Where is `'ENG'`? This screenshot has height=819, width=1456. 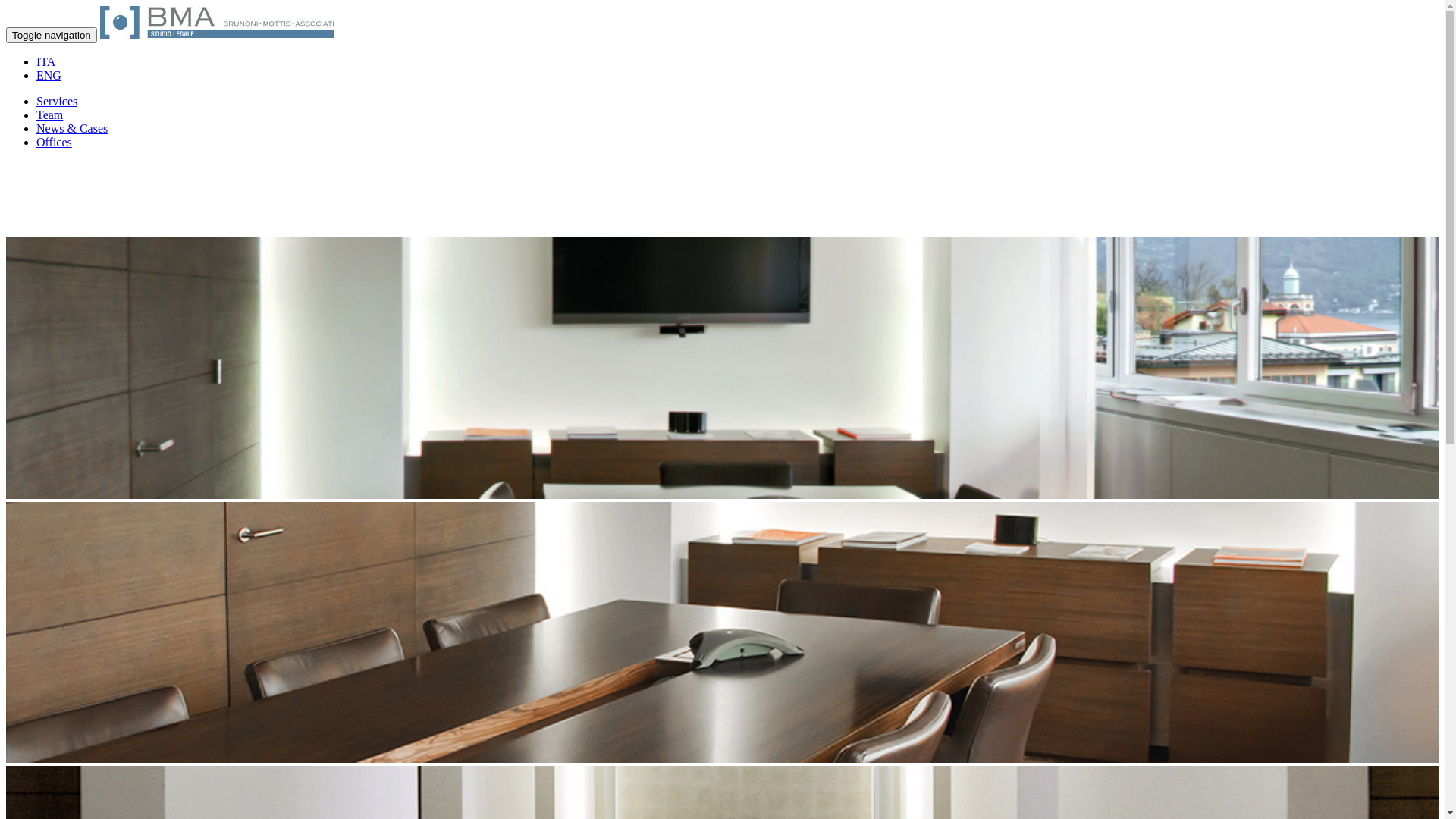 'ENG' is located at coordinates (36, 75).